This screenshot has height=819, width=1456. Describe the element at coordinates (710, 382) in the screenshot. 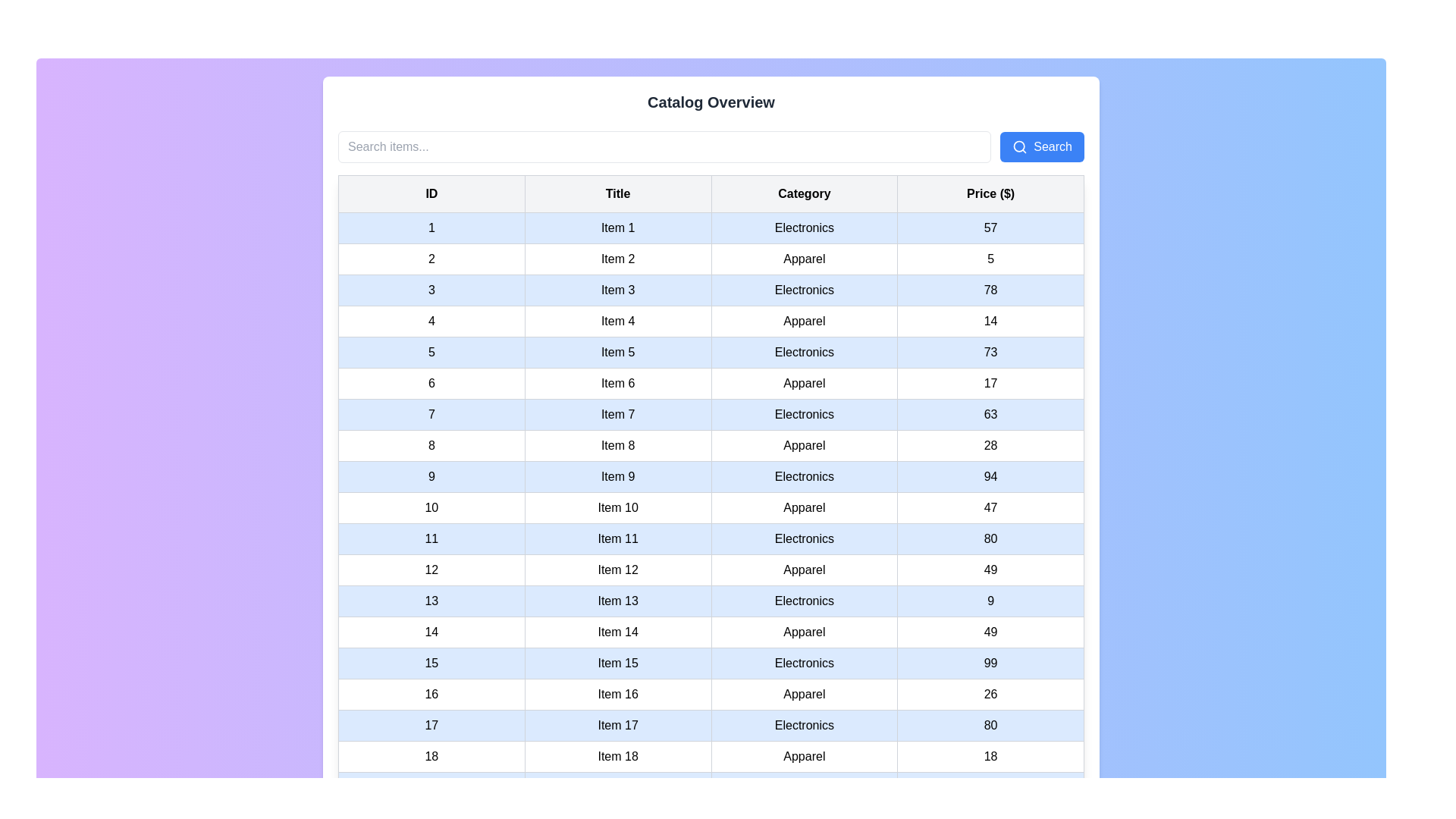

I see `the sixth entry in the catalog table, which contains data about the item including its ID, name, category, and price` at that location.